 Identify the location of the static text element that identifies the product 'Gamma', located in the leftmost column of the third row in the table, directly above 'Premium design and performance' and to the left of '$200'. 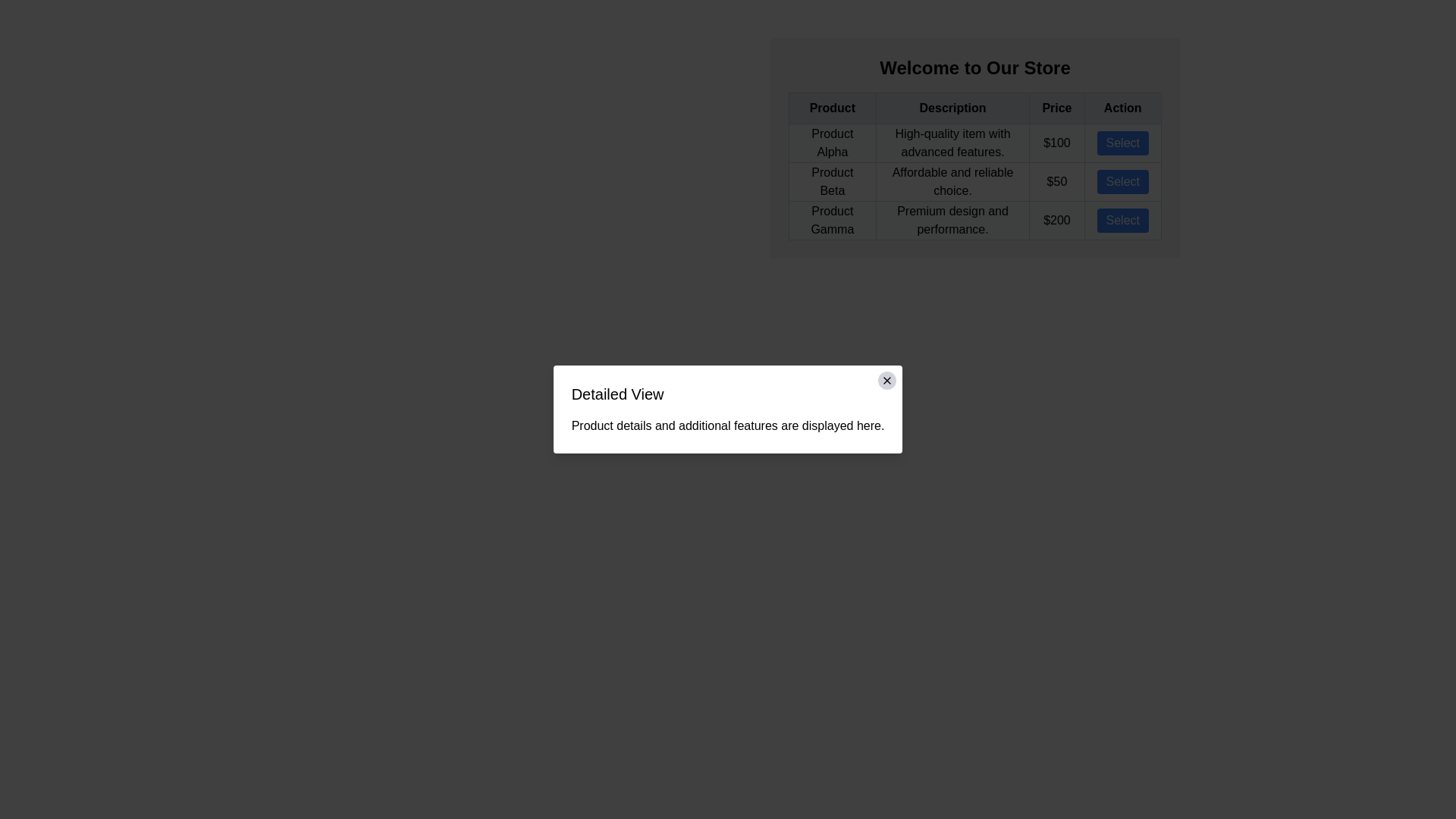
(831, 220).